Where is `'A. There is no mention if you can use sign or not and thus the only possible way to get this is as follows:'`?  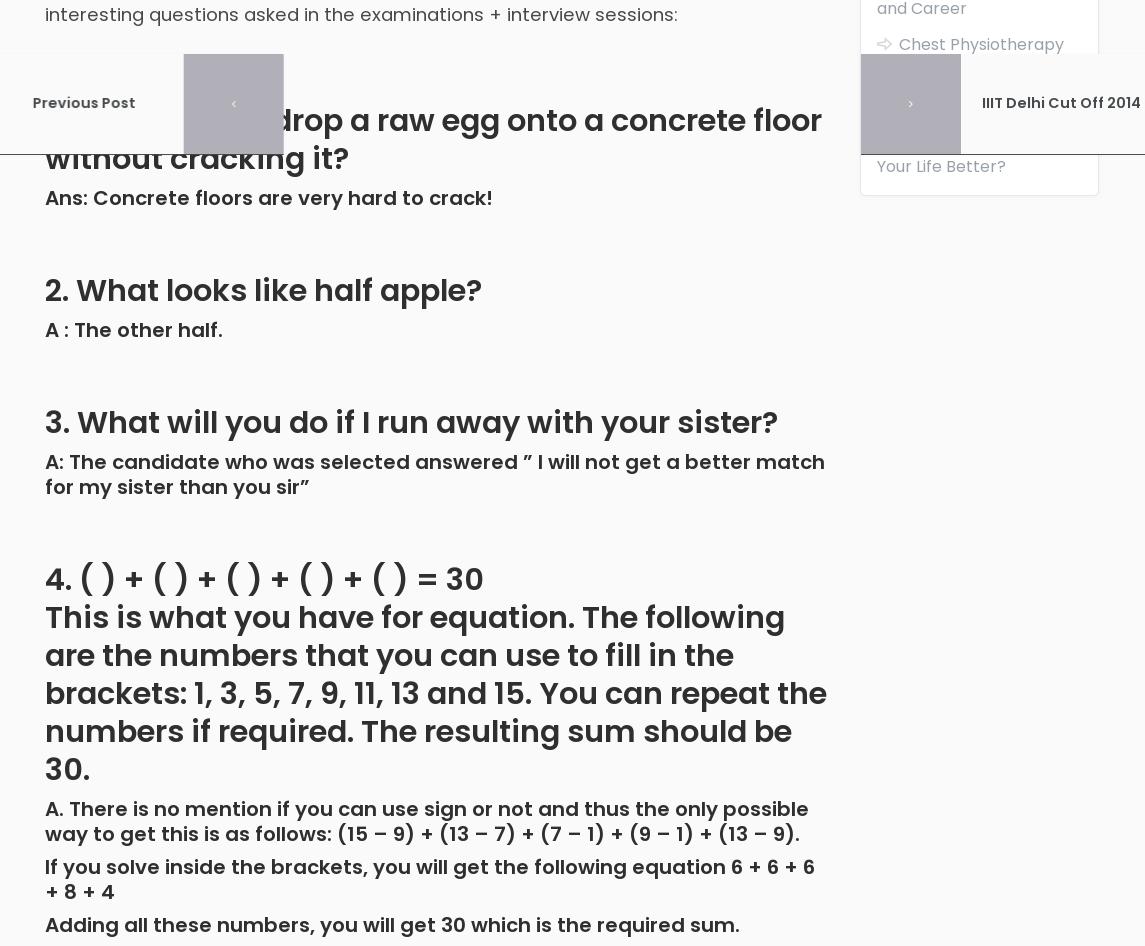
'A. There is no mention if you can use sign or not and thus the only possible way to get this is as follows:' is located at coordinates (426, 820).